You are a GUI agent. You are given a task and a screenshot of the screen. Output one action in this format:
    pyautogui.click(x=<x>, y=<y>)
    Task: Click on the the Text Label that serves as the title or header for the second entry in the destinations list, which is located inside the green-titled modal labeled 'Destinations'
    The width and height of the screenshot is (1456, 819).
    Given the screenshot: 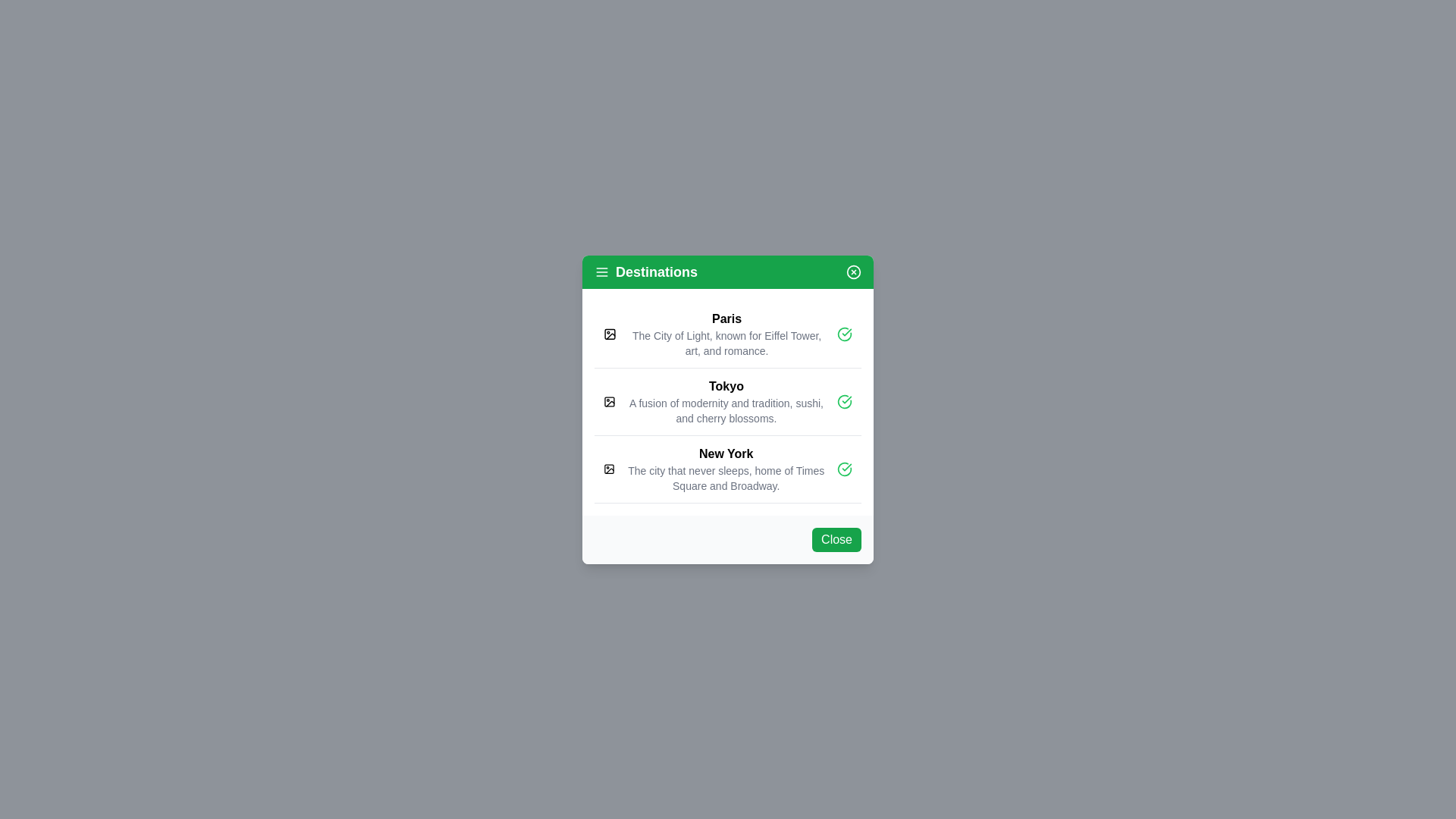 What is the action you would take?
    pyautogui.click(x=725, y=385)
    